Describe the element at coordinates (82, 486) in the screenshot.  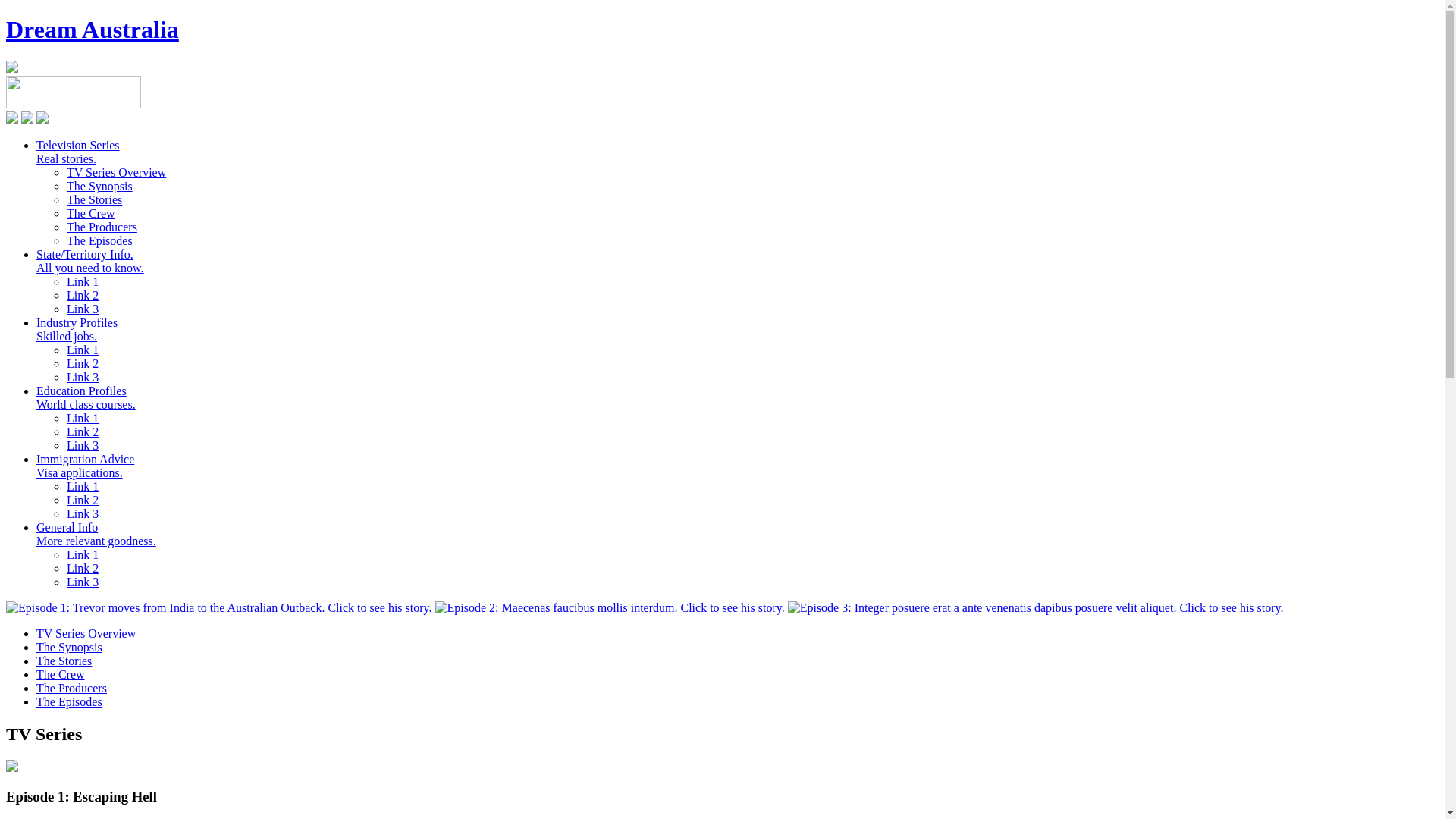
I see `'Link 1'` at that location.